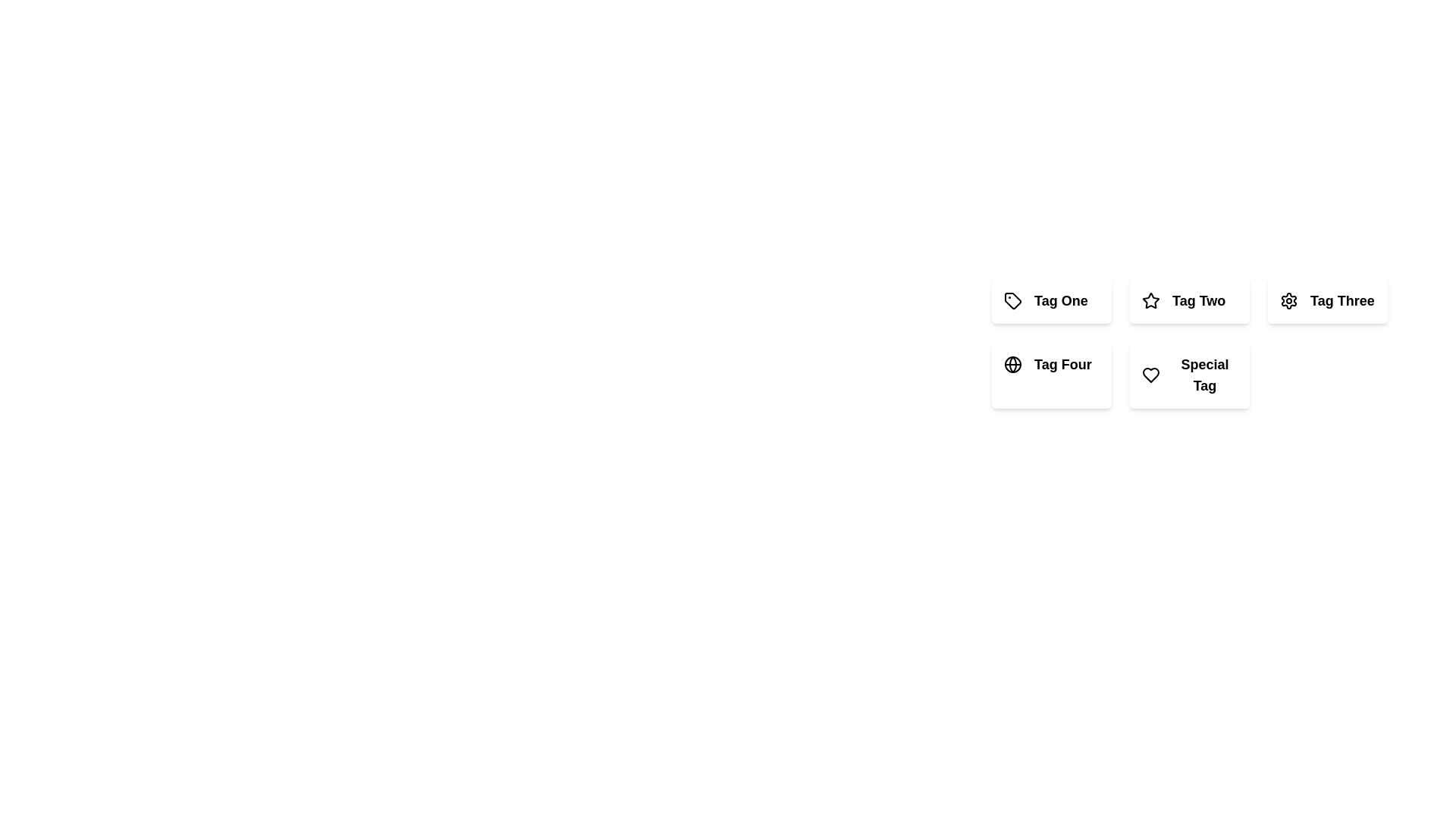 Image resolution: width=1456 pixels, height=819 pixels. Describe the element at coordinates (1051, 301) in the screenshot. I see `the 'Tag One' button, which is the top-left component in a grid of tags and features a tag icon followed by the text 'Tag One'` at that location.